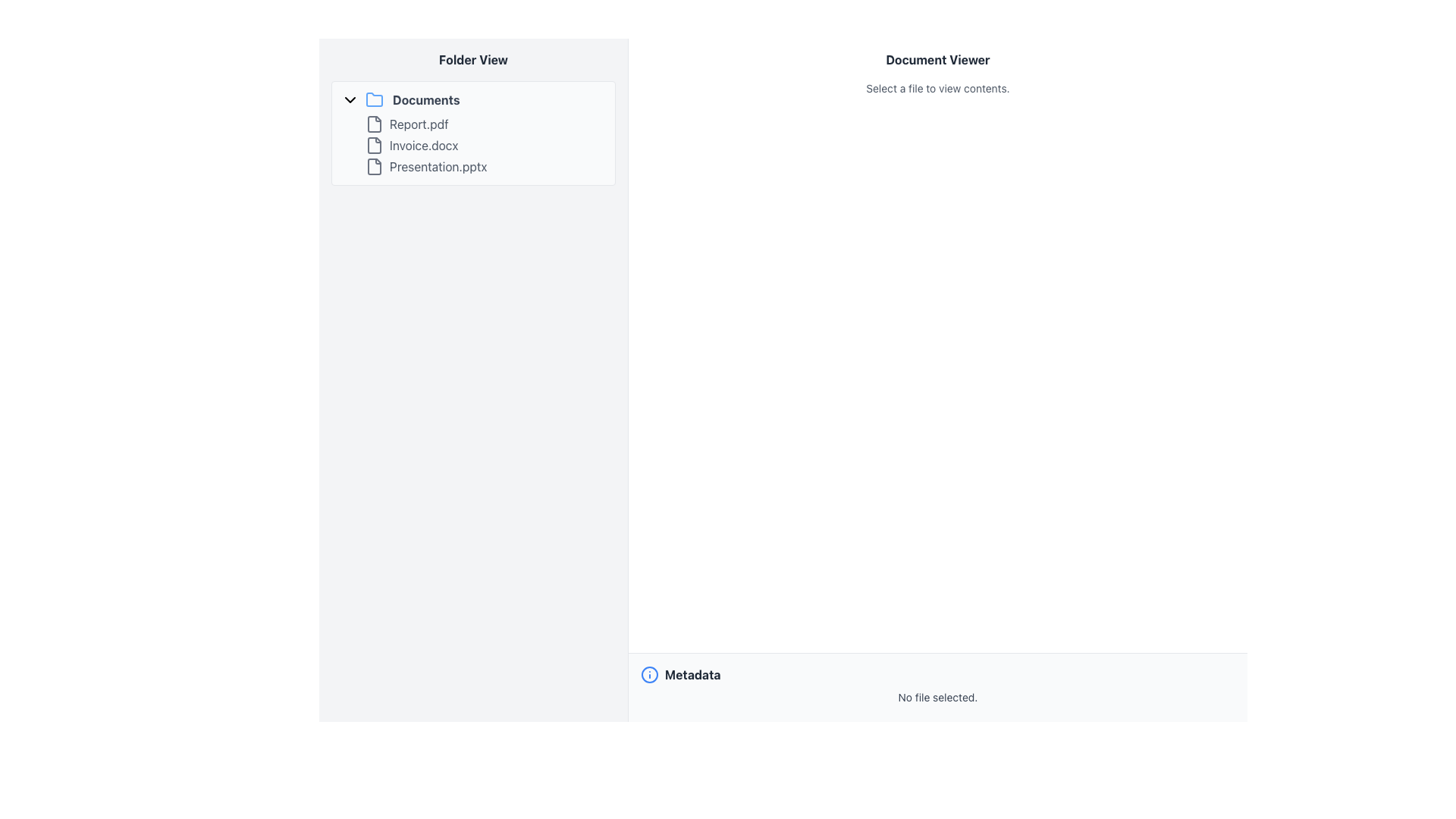 The image size is (1456, 819). Describe the element at coordinates (425, 99) in the screenshot. I see `the folder name label located in the 'Folder View' panel on the left side of the UI, which is part of a folder header structure` at that location.